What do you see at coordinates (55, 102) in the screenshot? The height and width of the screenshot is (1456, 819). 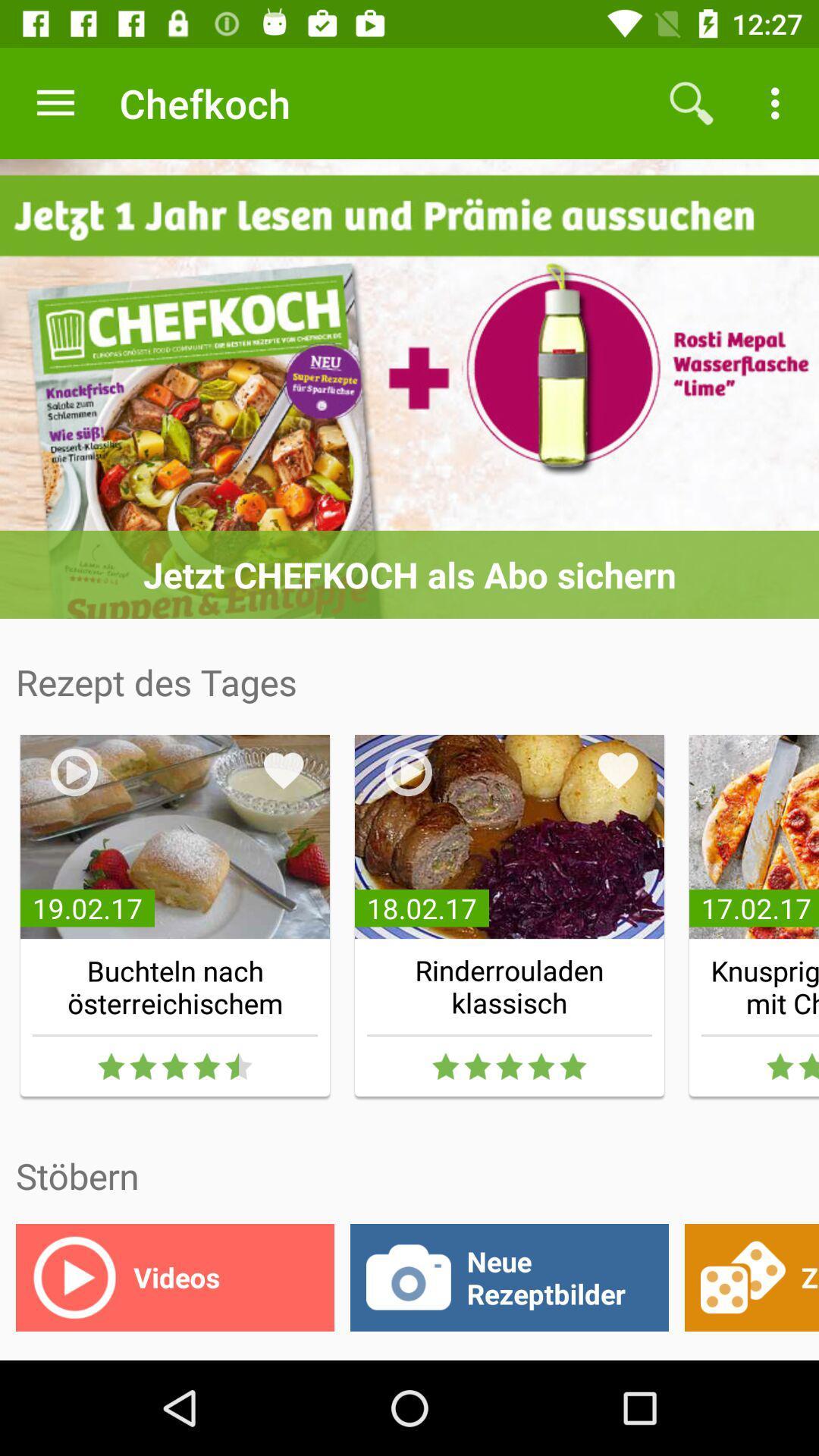 I see `icon to the left of chefkoch app` at bounding box center [55, 102].